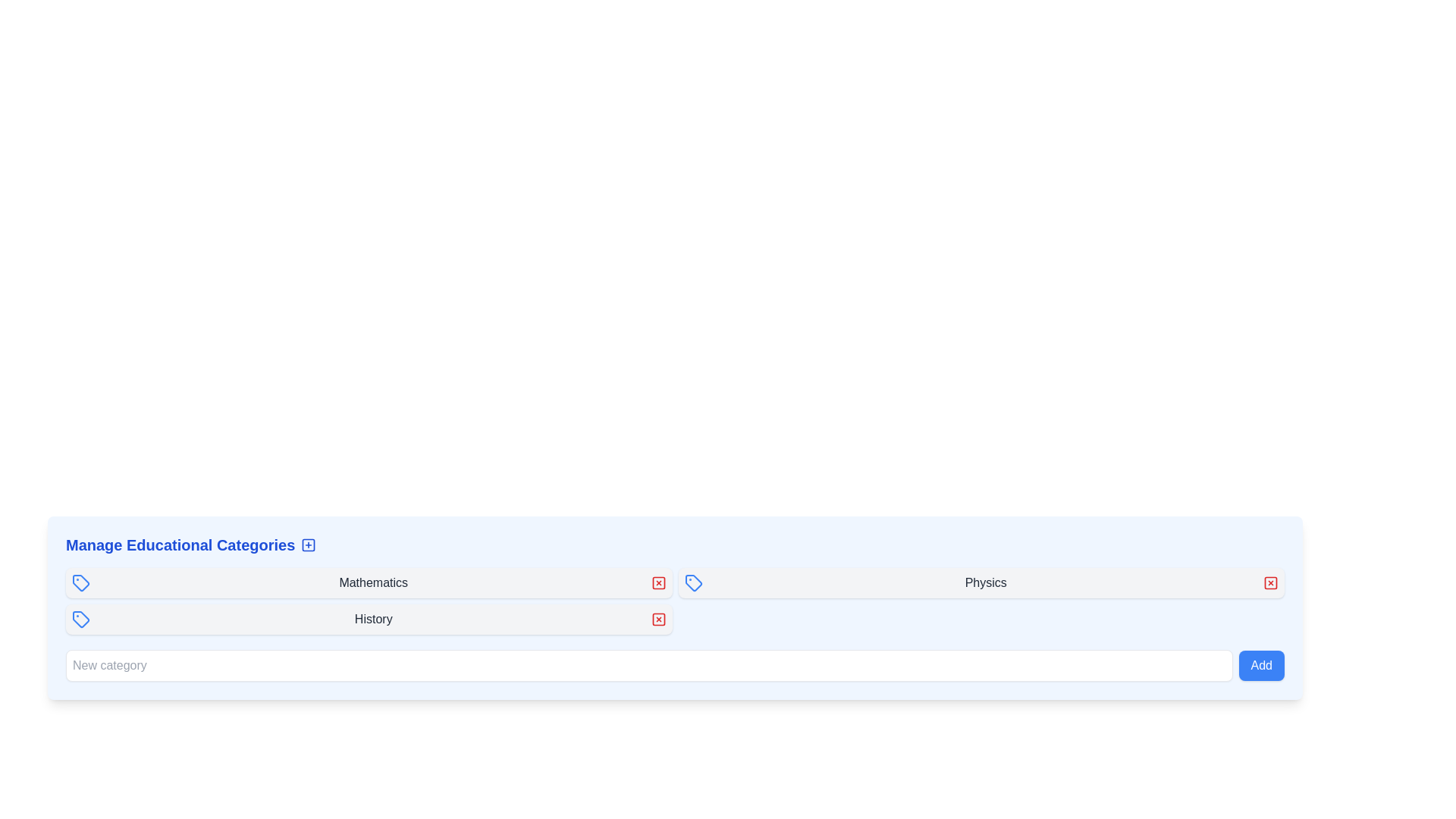 The height and width of the screenshot is (819, 1456). Describe the element at coordinates (80, 620) in the screenshot. I see `the visual representation of the blue tag icon located in the row labeled 'History', which is the first element in a horizontal arrangement within that row` at that location.